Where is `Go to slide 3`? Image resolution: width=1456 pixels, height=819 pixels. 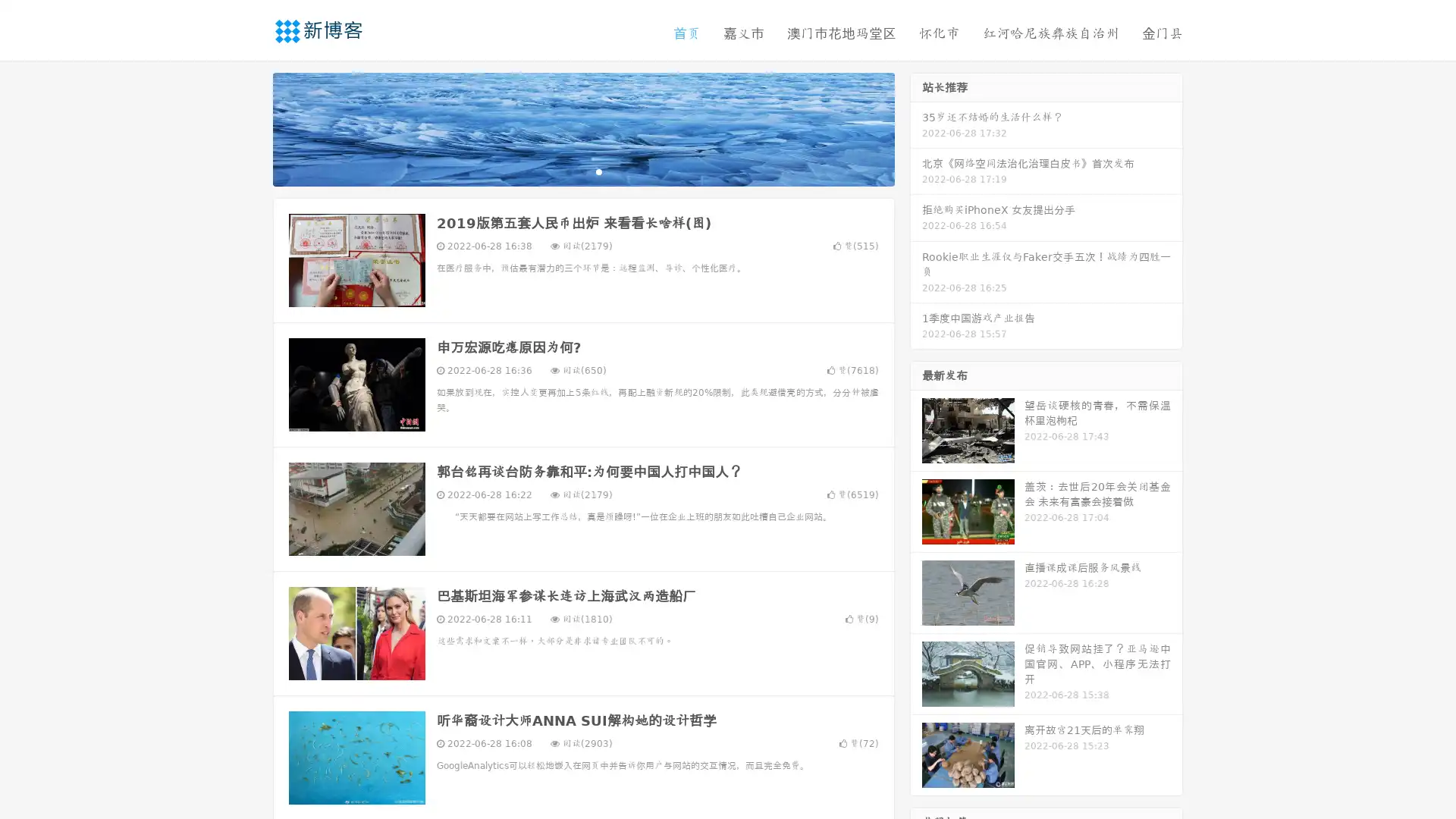
Go to slide 3 is located at coordinates (598, 171).